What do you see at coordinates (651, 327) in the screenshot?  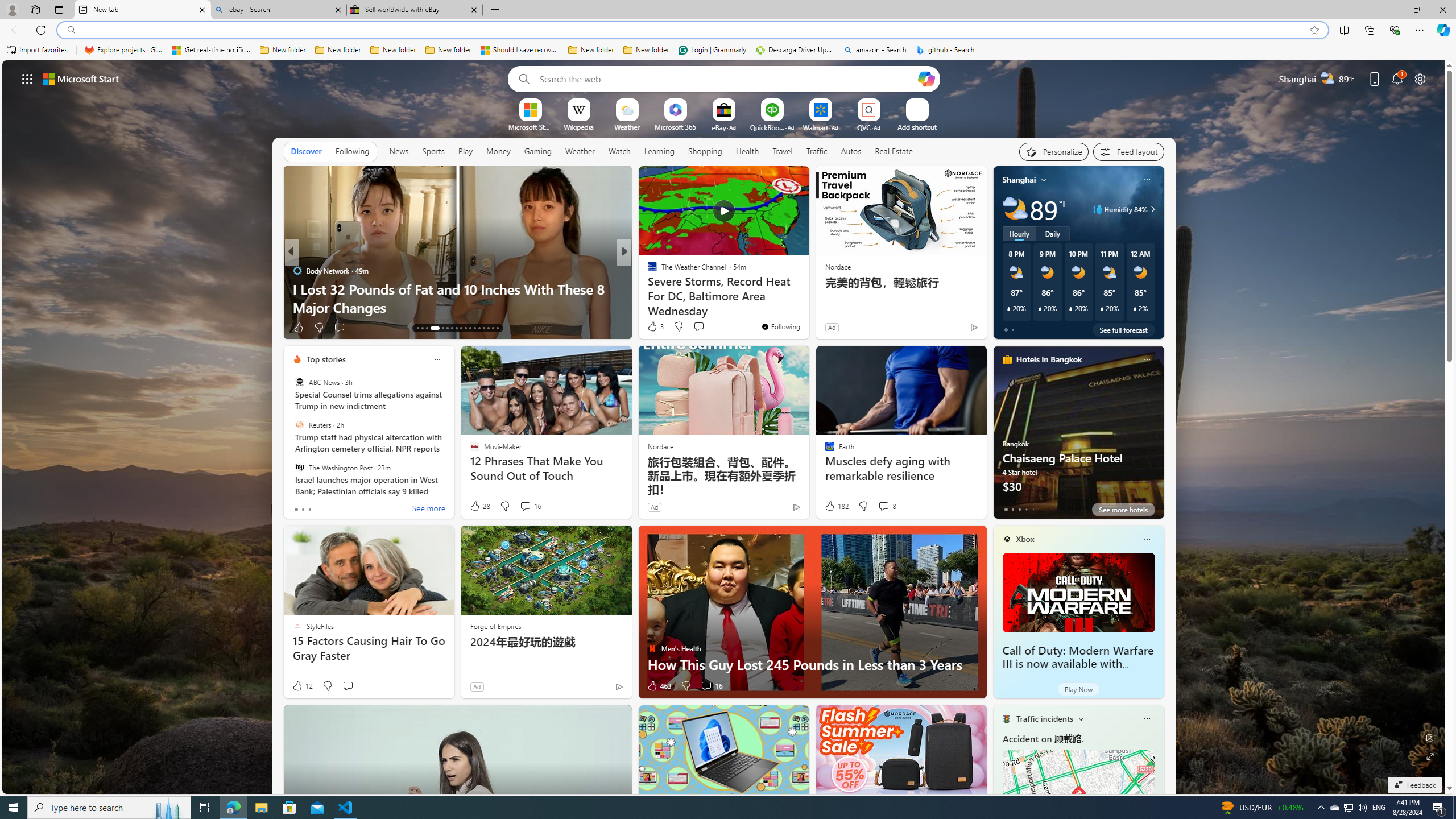 I see `'7 Like'` at bounding box center [651, 327].